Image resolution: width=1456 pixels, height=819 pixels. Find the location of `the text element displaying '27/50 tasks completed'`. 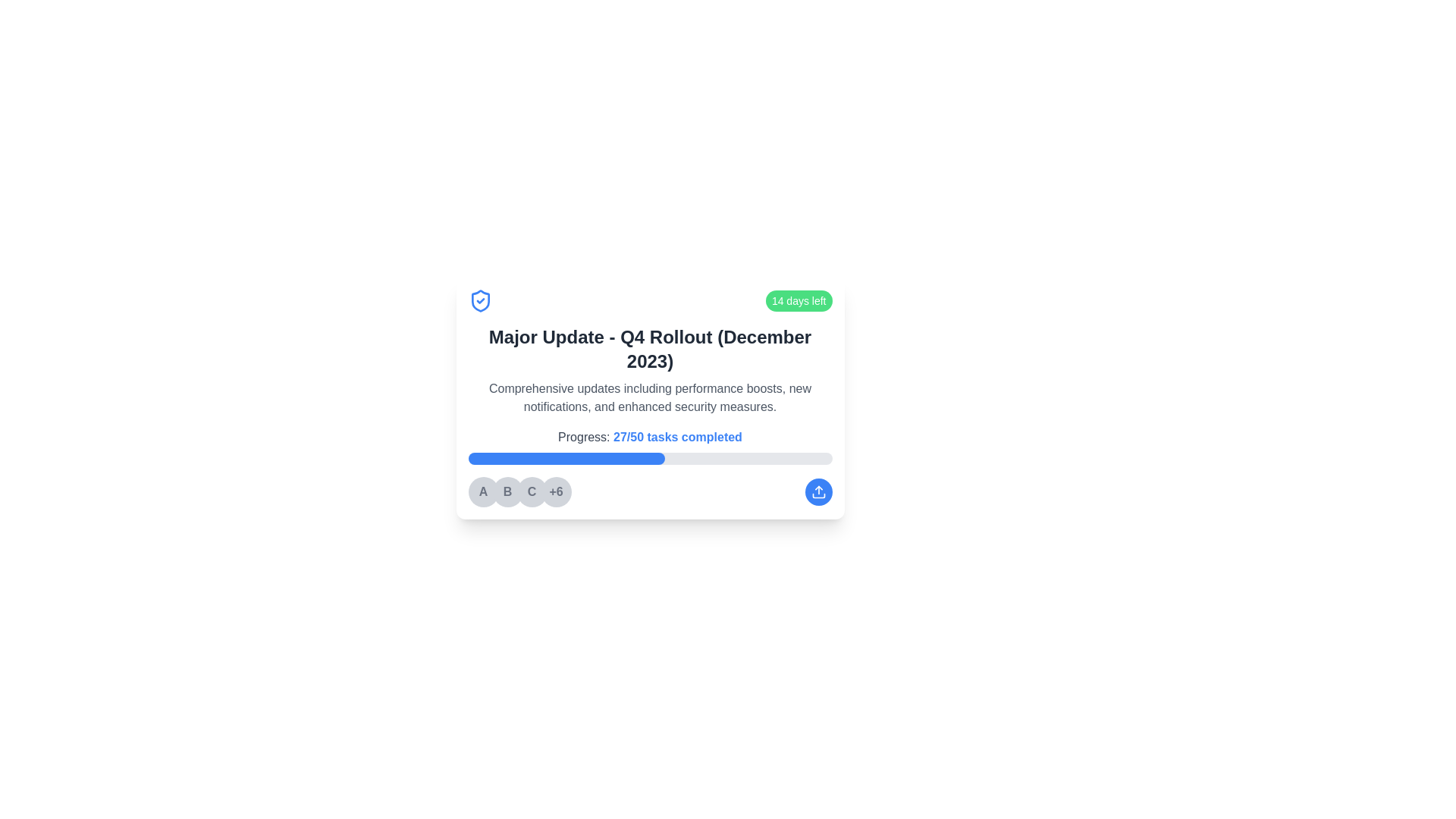

the text element displaying '27/50 tasks completed' is located at coordinates (676, 437).